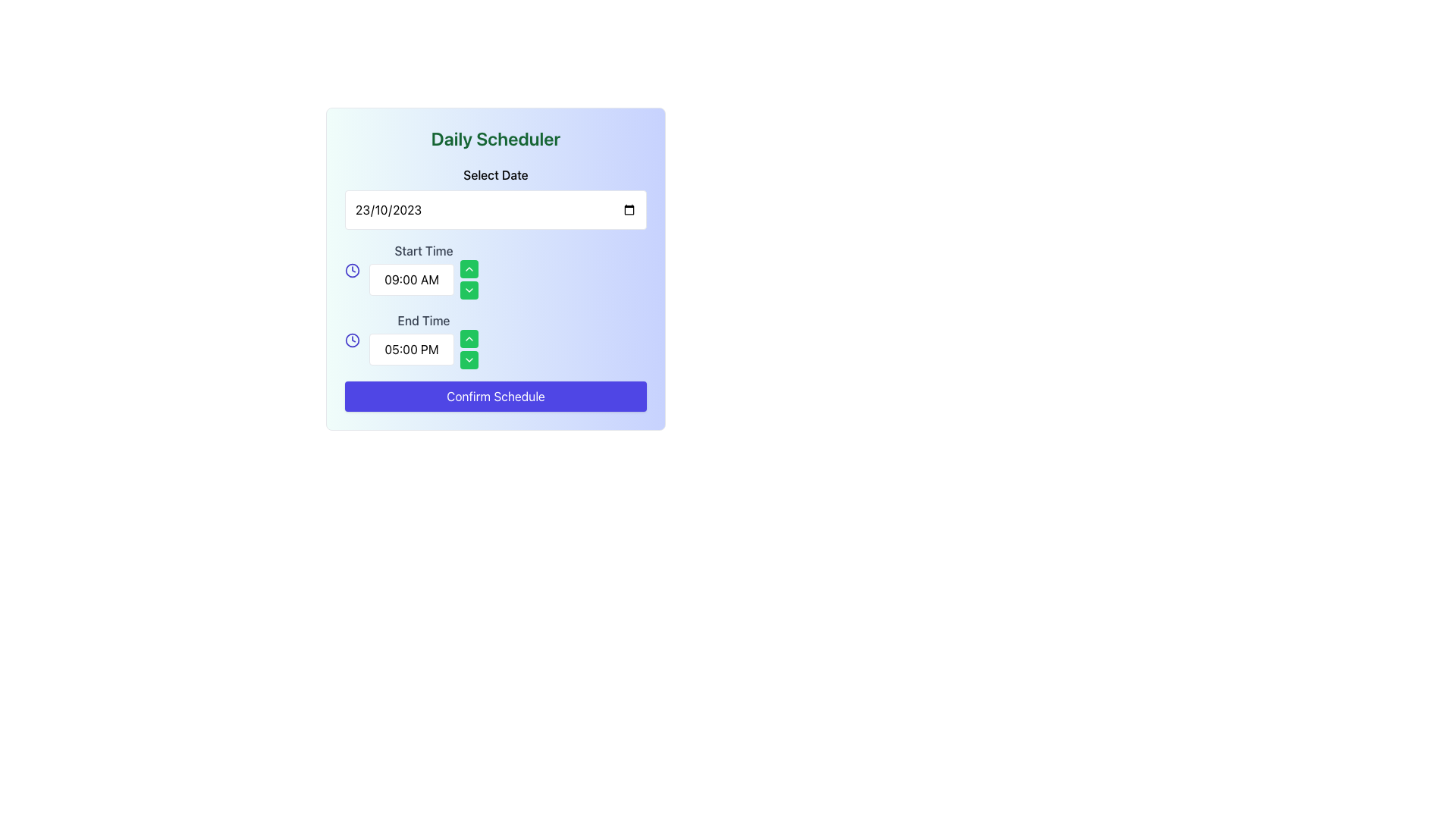 The image size is (1456, 819). I want to click on the down button of the increment and decrement button group located to the right of the 'End Time' field in the 'Daily Scheduler' panel to decrease the time, so click(469, 350).